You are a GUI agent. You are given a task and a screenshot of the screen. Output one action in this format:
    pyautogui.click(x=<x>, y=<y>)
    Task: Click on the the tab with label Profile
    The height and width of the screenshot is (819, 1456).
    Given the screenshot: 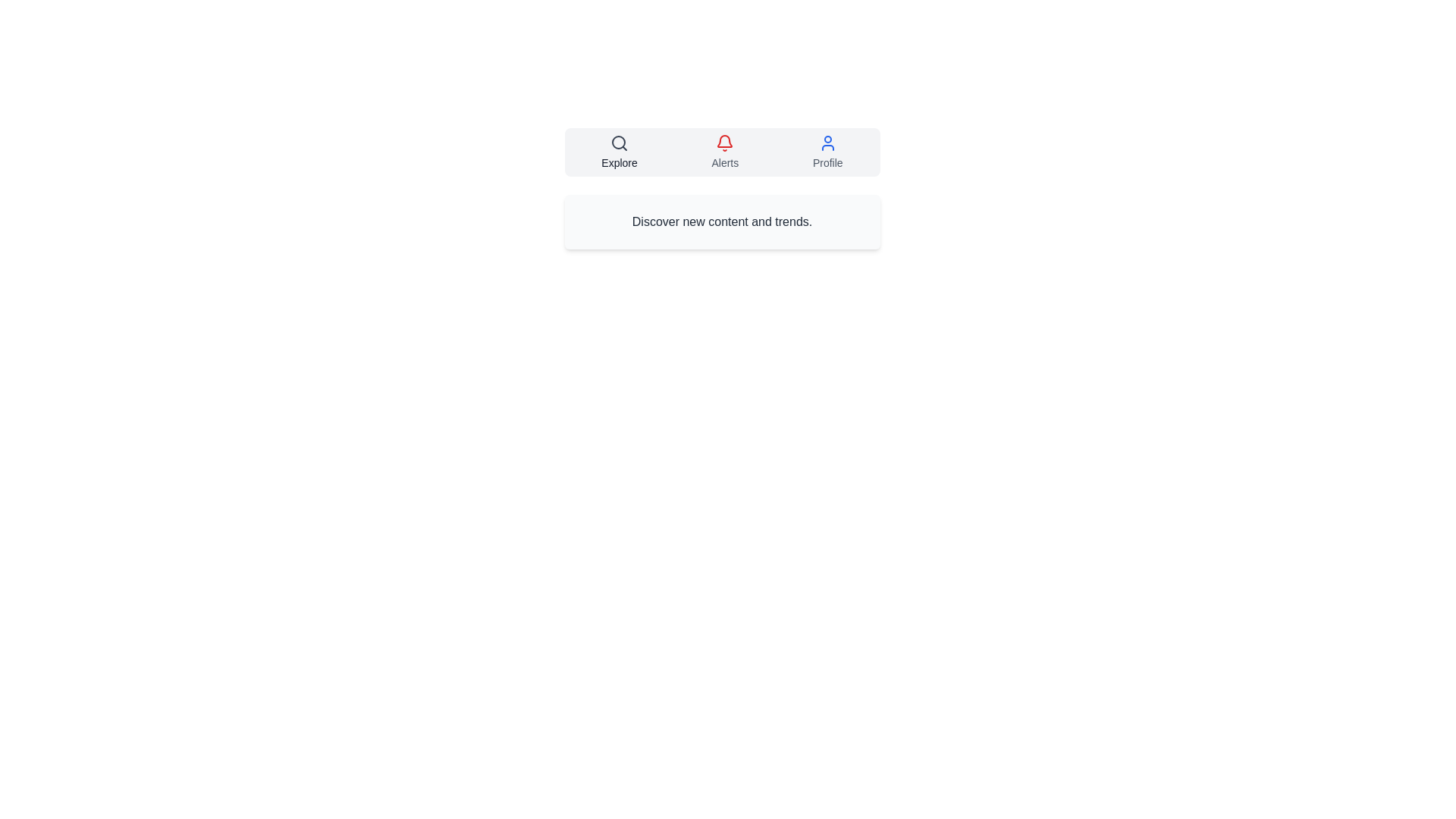 What is the action you would take?
    pyautogui.click(x=827, y=152)
    